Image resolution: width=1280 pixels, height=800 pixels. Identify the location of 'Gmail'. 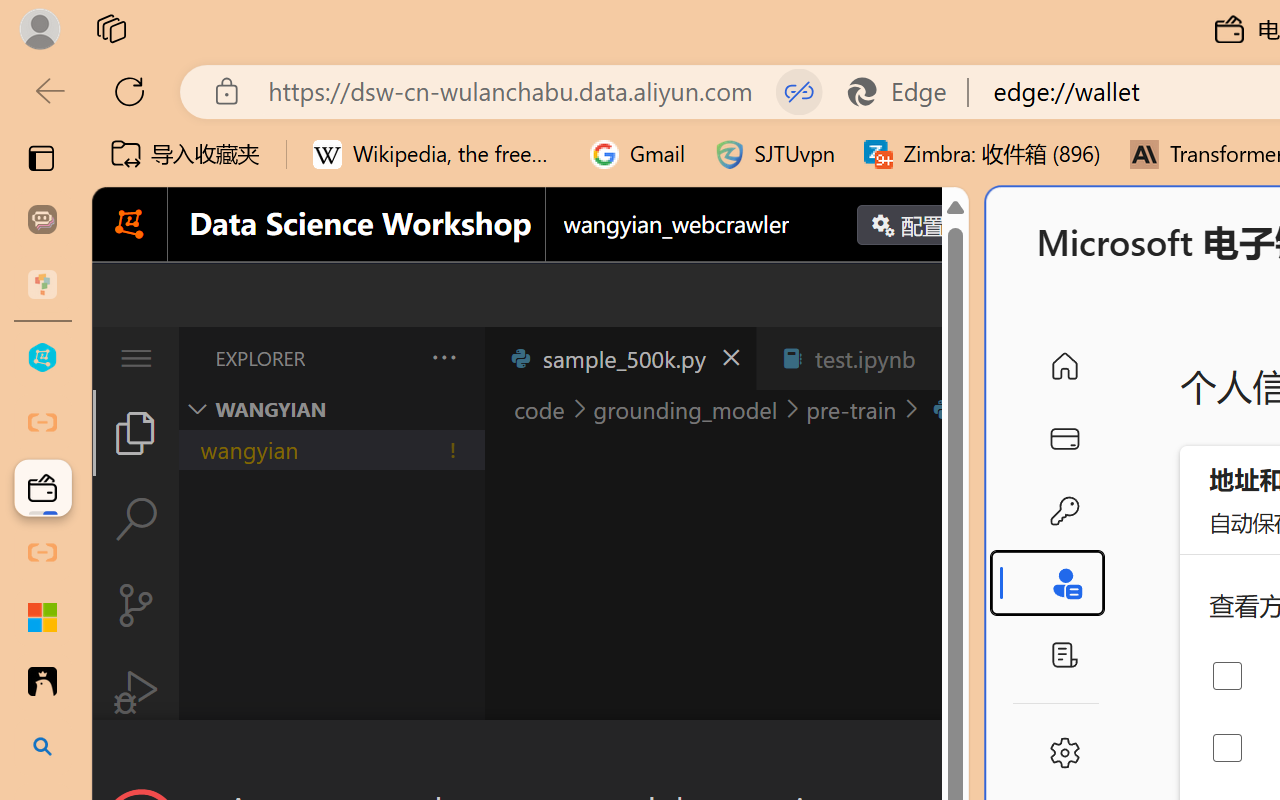
(637, 154).